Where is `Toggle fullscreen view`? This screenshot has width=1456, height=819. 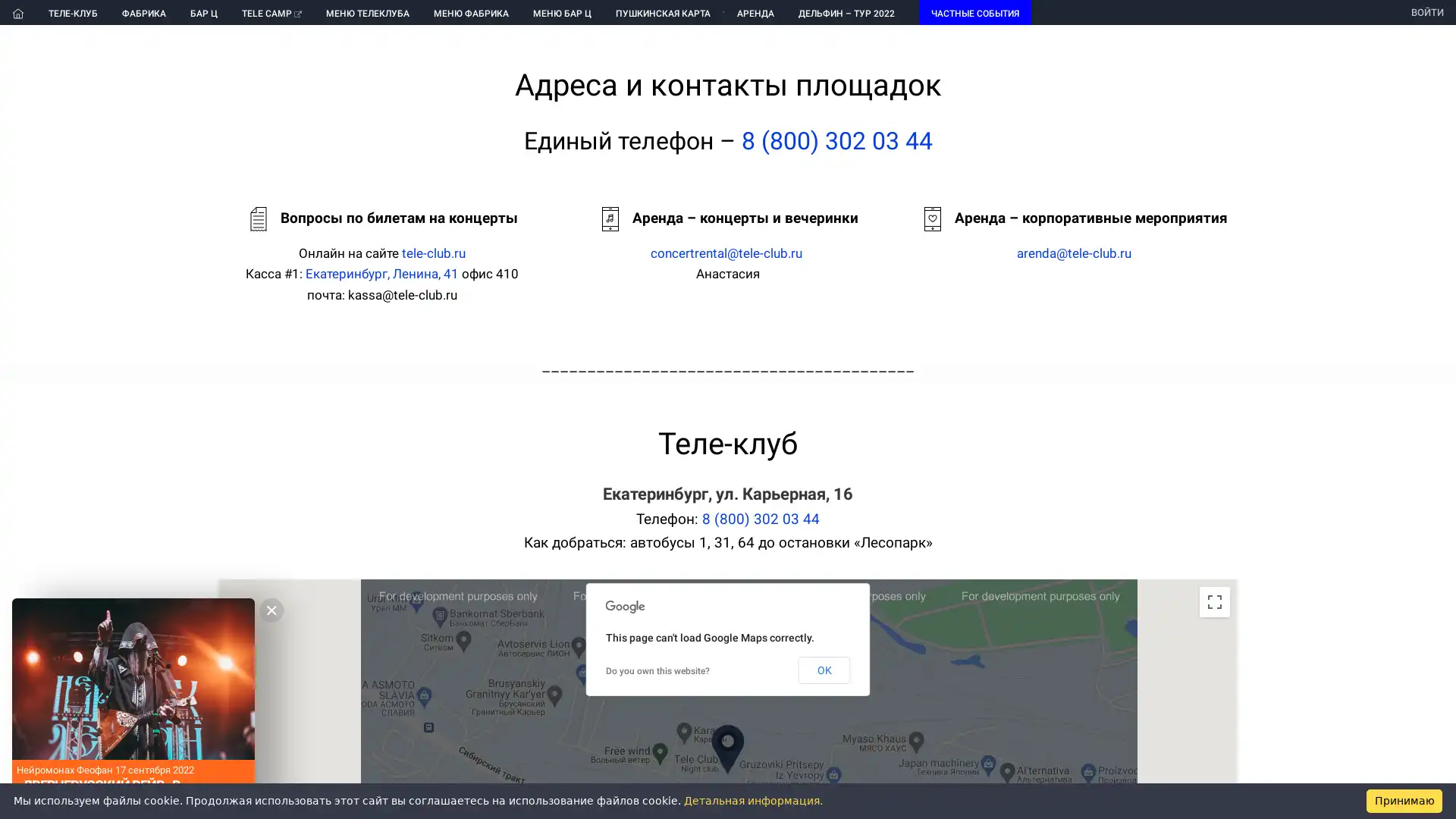 Toggle fullscreen view is located at coordinates (1215, 601).